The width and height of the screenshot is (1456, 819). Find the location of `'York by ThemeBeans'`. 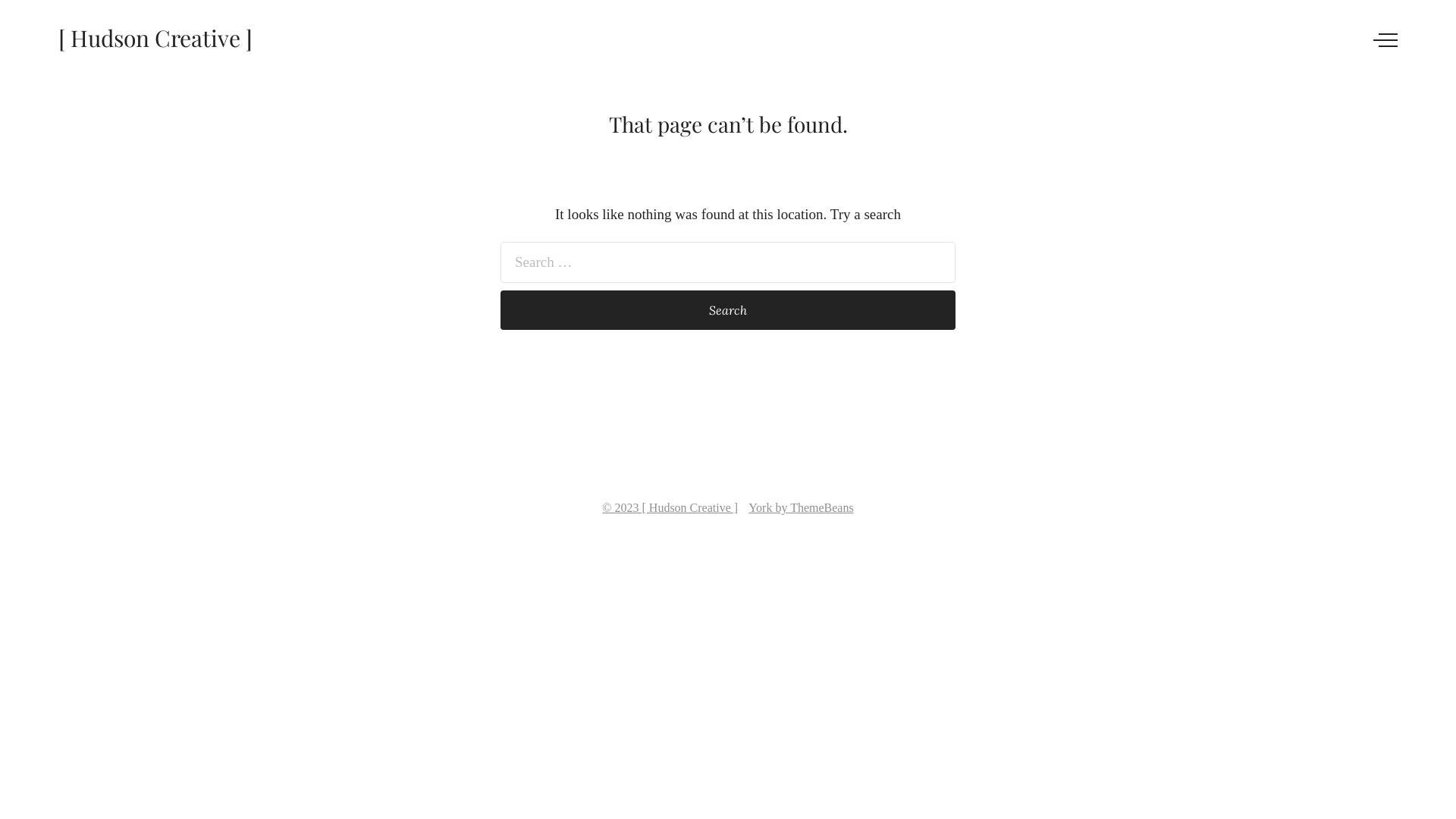

'York by ThemeBeans' is located at coordinates (800, 507).